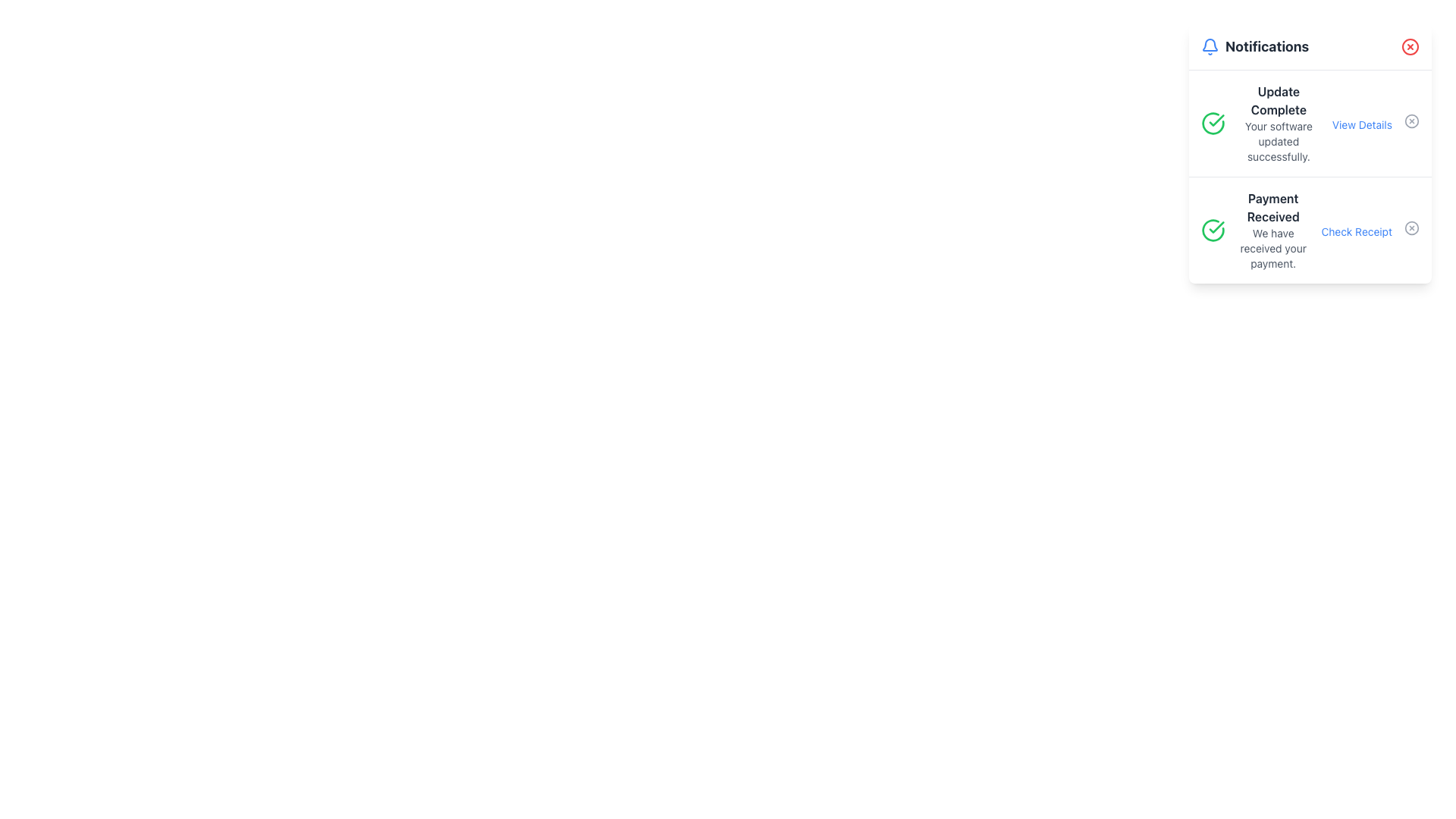 The width and height of the screenshot is (1456, 819). I want to click on the Text Label that indicates the section's purpose for the notification dropdown, positioned to the right of the bell icon, so click(1267, 45).